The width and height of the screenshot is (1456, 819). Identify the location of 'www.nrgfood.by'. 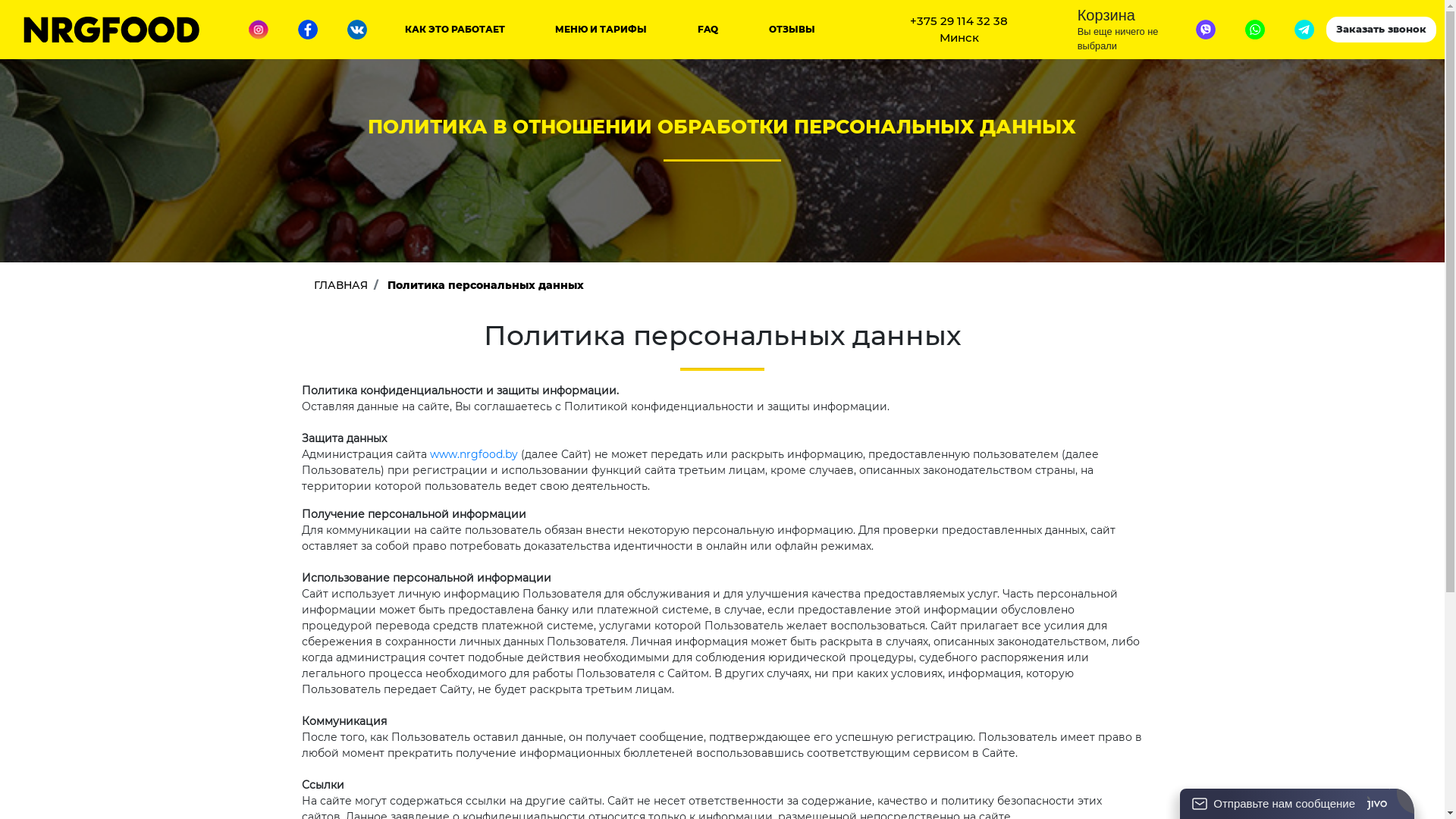
(472, 453).